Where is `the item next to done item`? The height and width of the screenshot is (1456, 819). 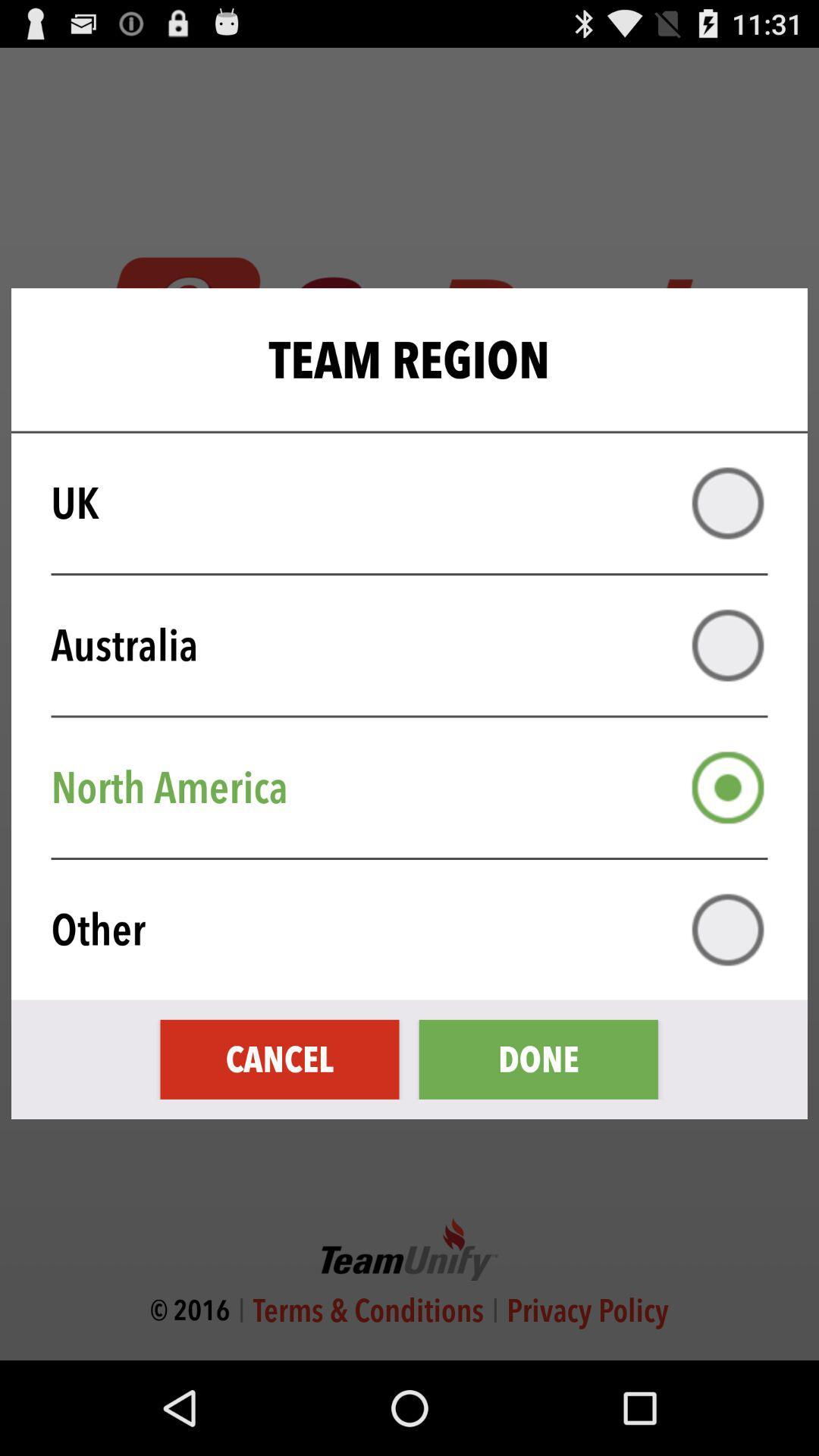 the item next to done item is located at coordinates (280, 1059).